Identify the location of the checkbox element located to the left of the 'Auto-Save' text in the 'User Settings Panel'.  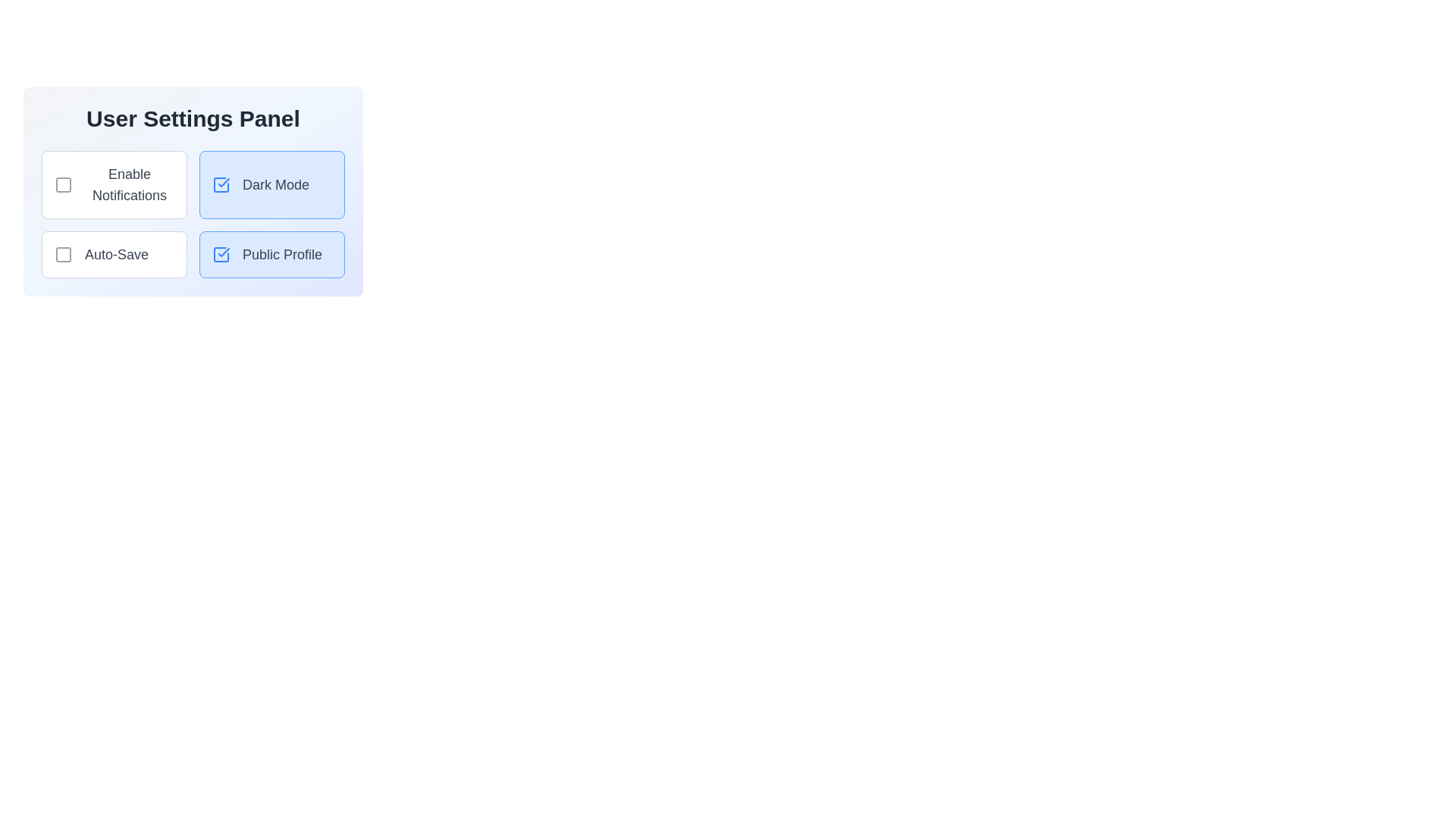
(62, 253).